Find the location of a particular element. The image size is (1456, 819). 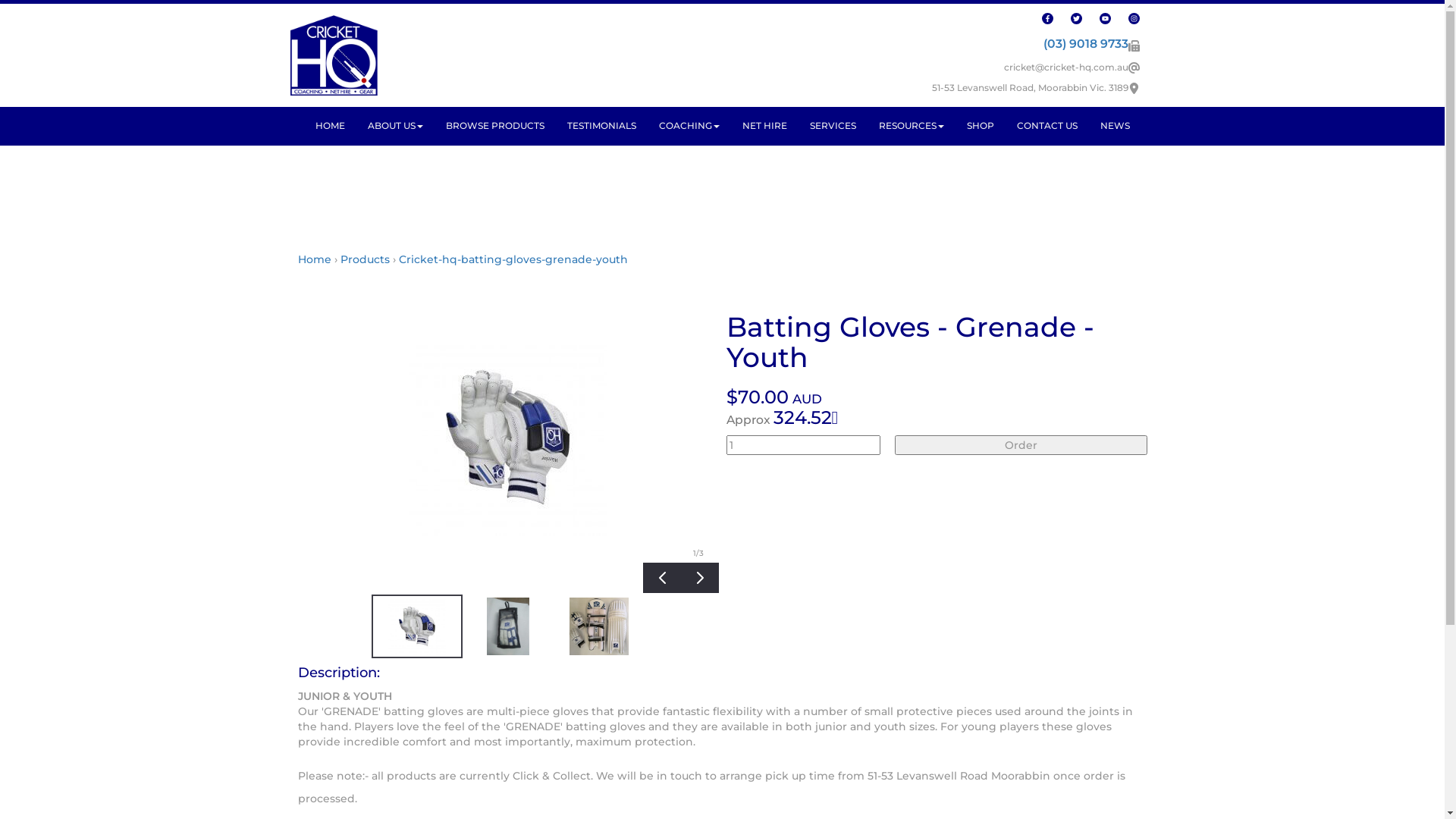

'SHOP' is located at coordinates (980, 124).